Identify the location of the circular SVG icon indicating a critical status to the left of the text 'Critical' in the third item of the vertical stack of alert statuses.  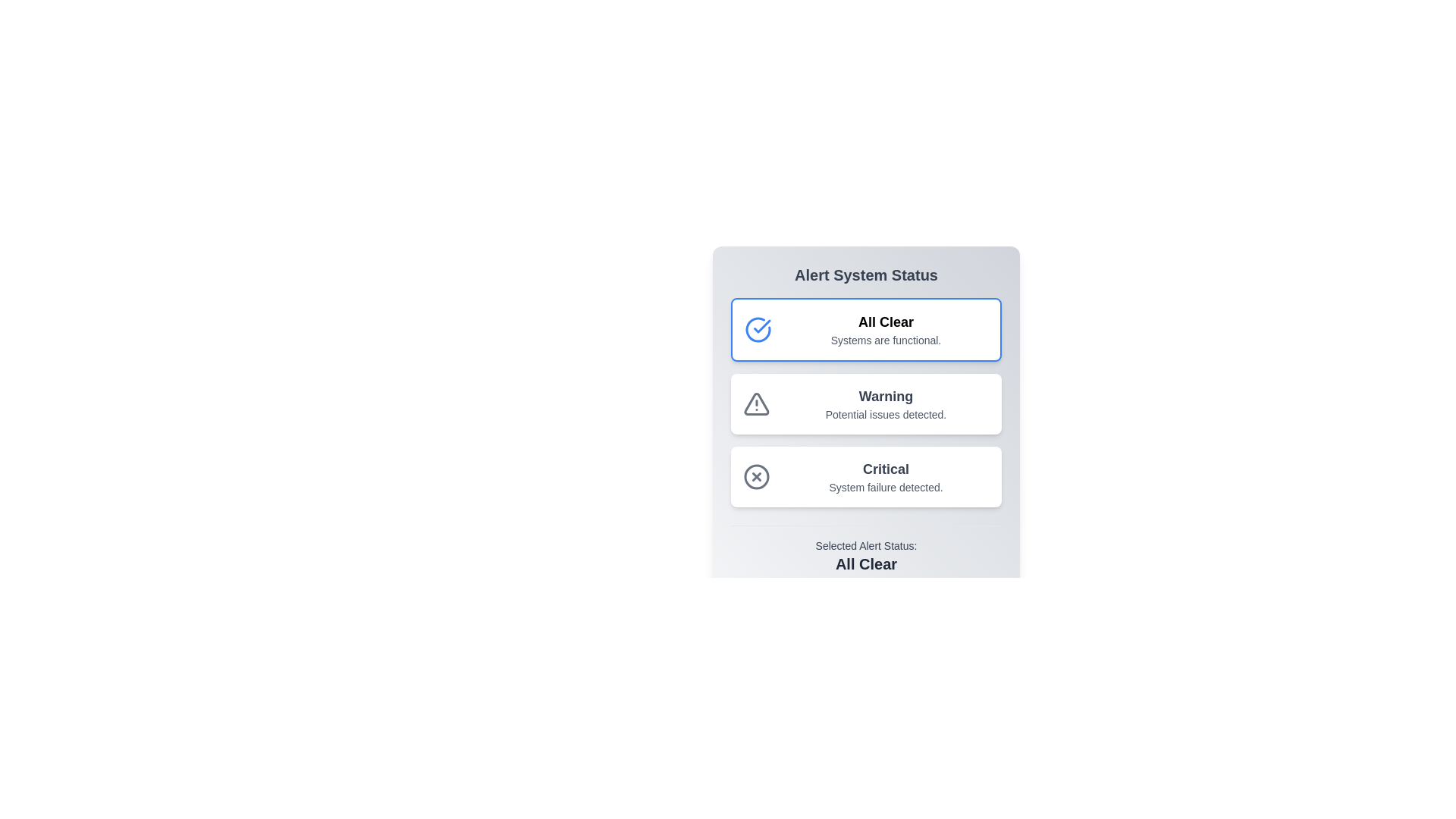
(757, 475).